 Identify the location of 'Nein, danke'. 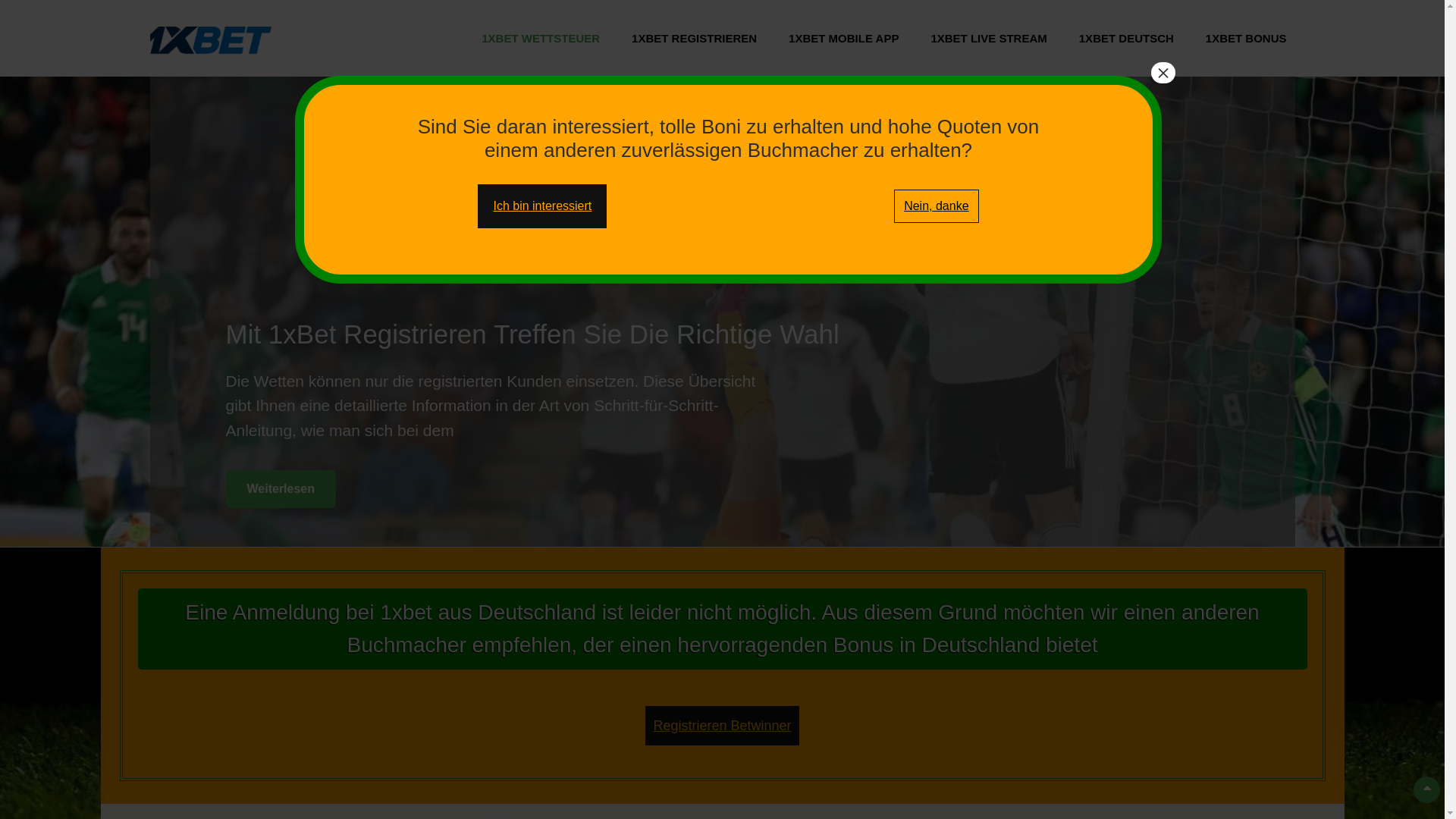
(935, 206).